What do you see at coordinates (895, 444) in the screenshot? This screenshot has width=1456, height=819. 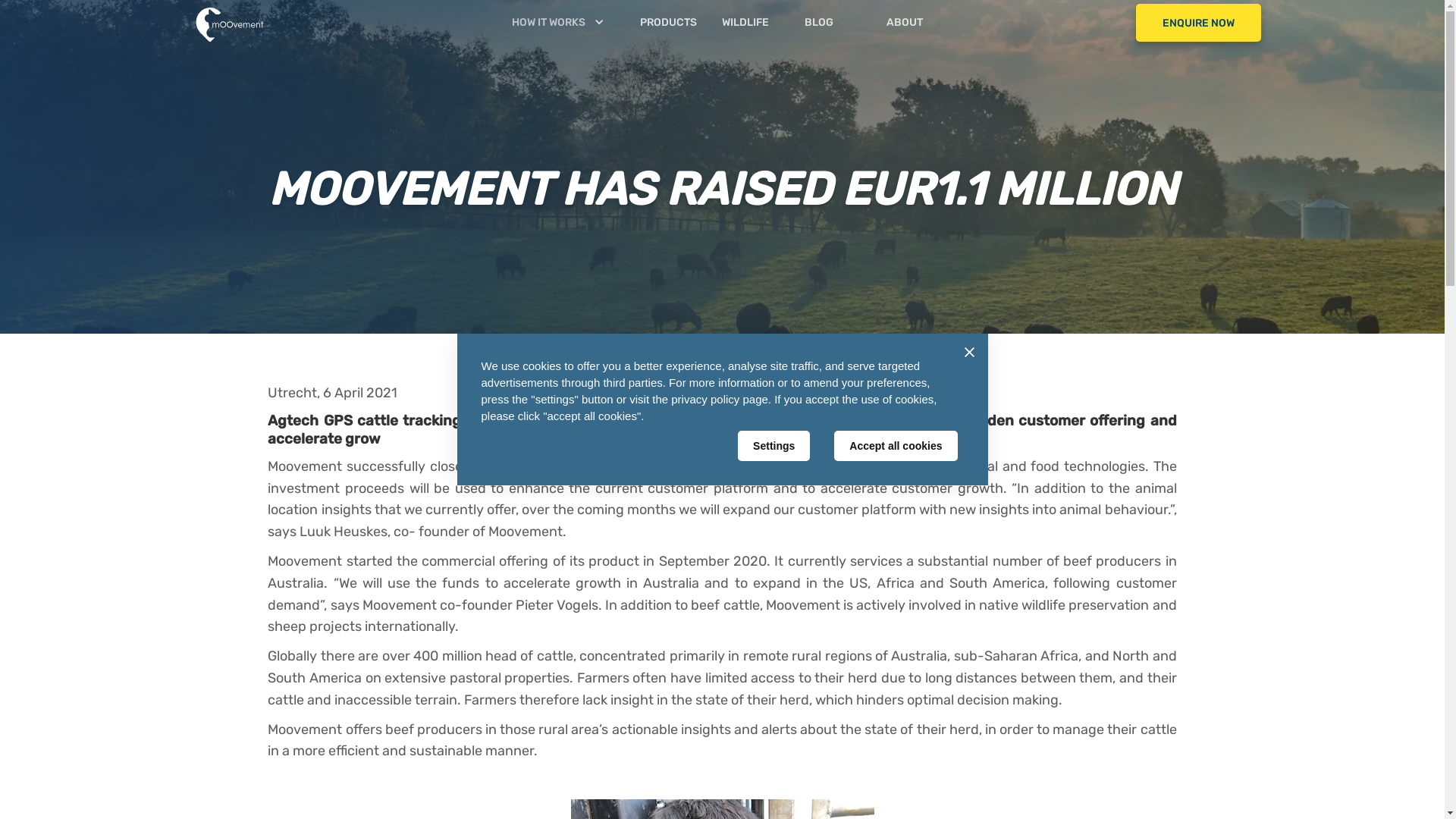 I see `'Accept all cookies'` at bounding box center [895, 444].